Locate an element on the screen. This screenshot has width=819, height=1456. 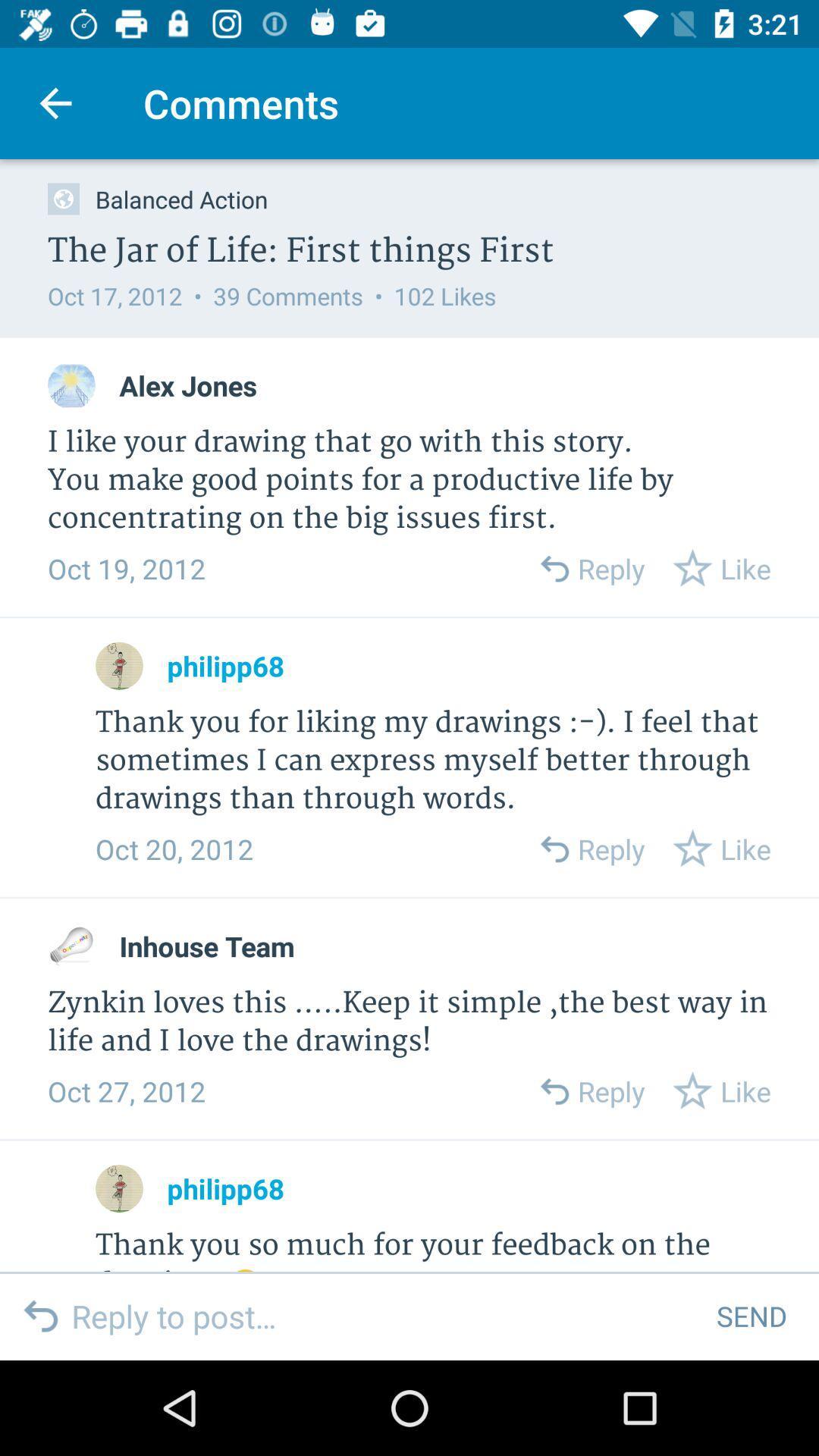
back is located at coordinates (554, 1090).